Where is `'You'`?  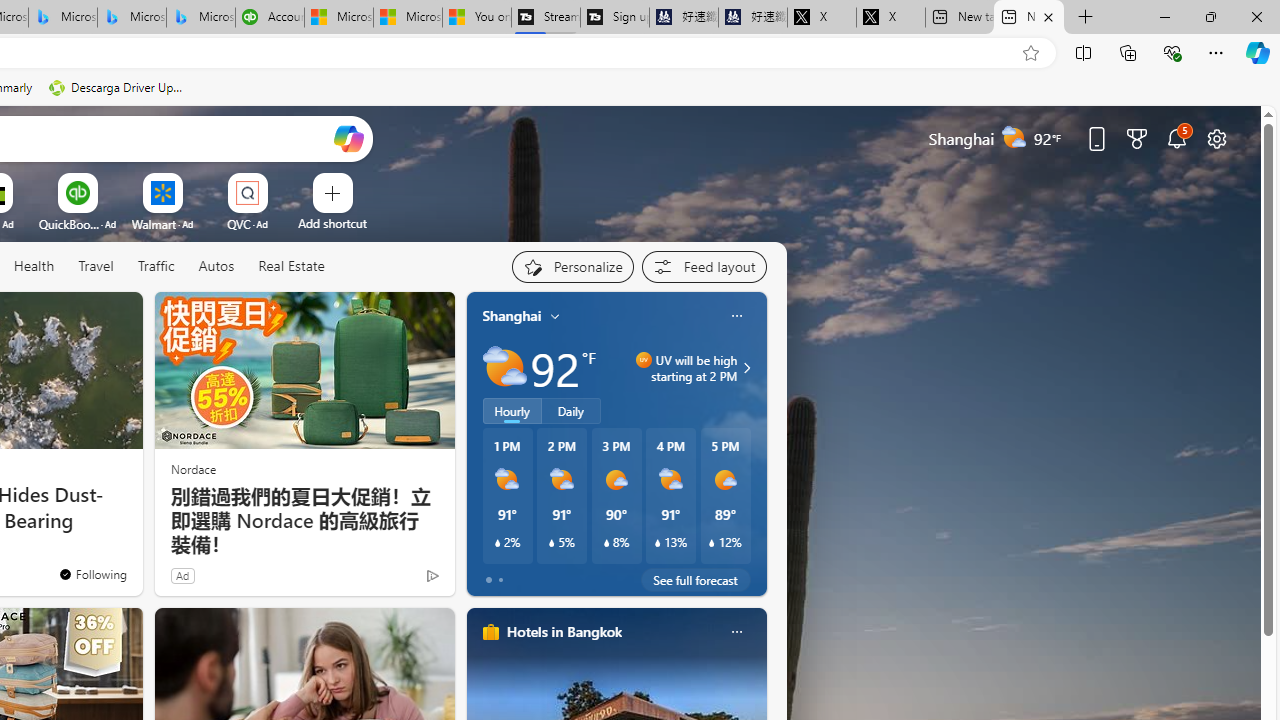
'You' is located at coordinates (91, 573).